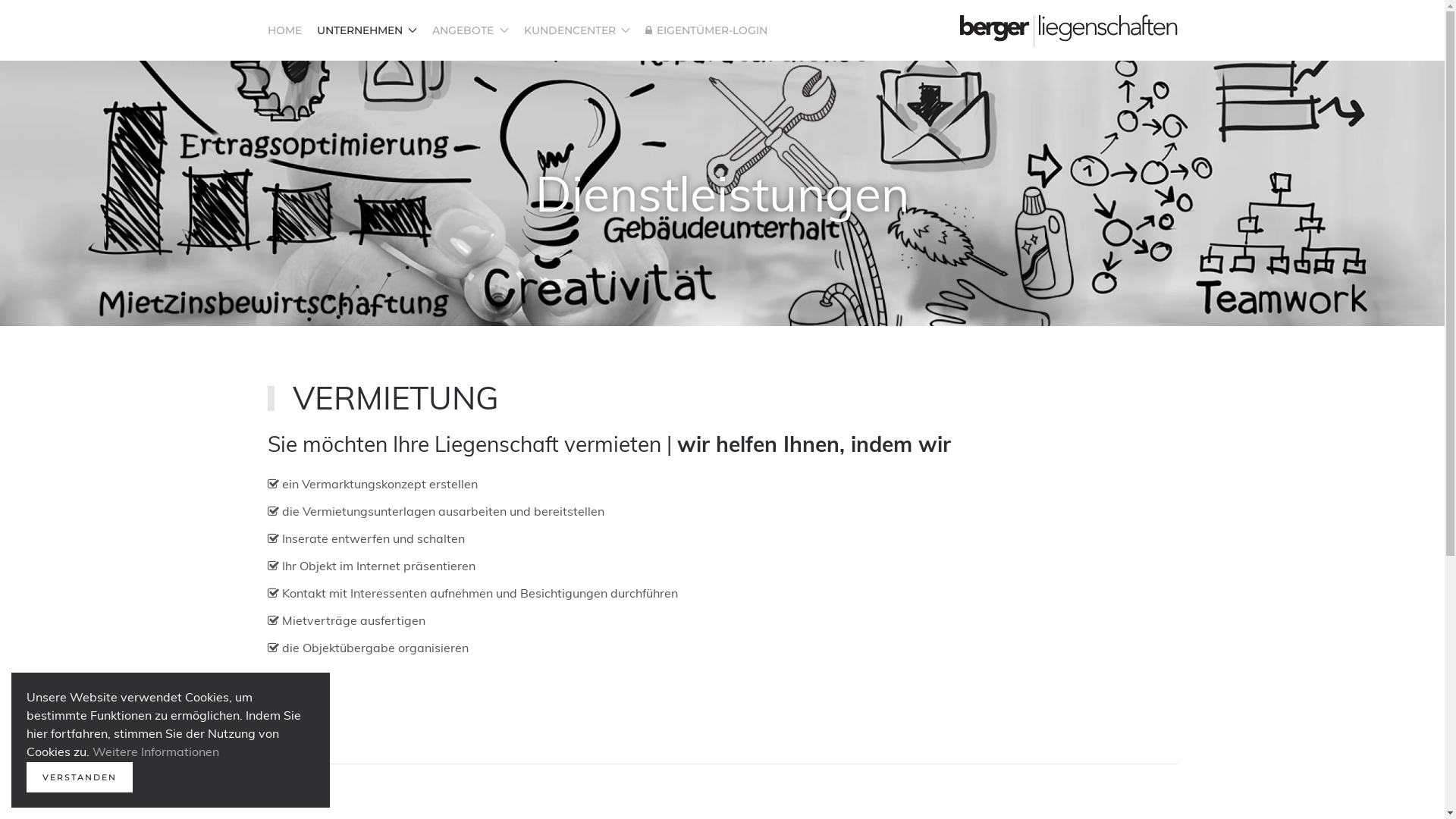  Describe the element at coordinates (91, 752) in the screenshot. I see `'Weitere Informationen'` at that location.